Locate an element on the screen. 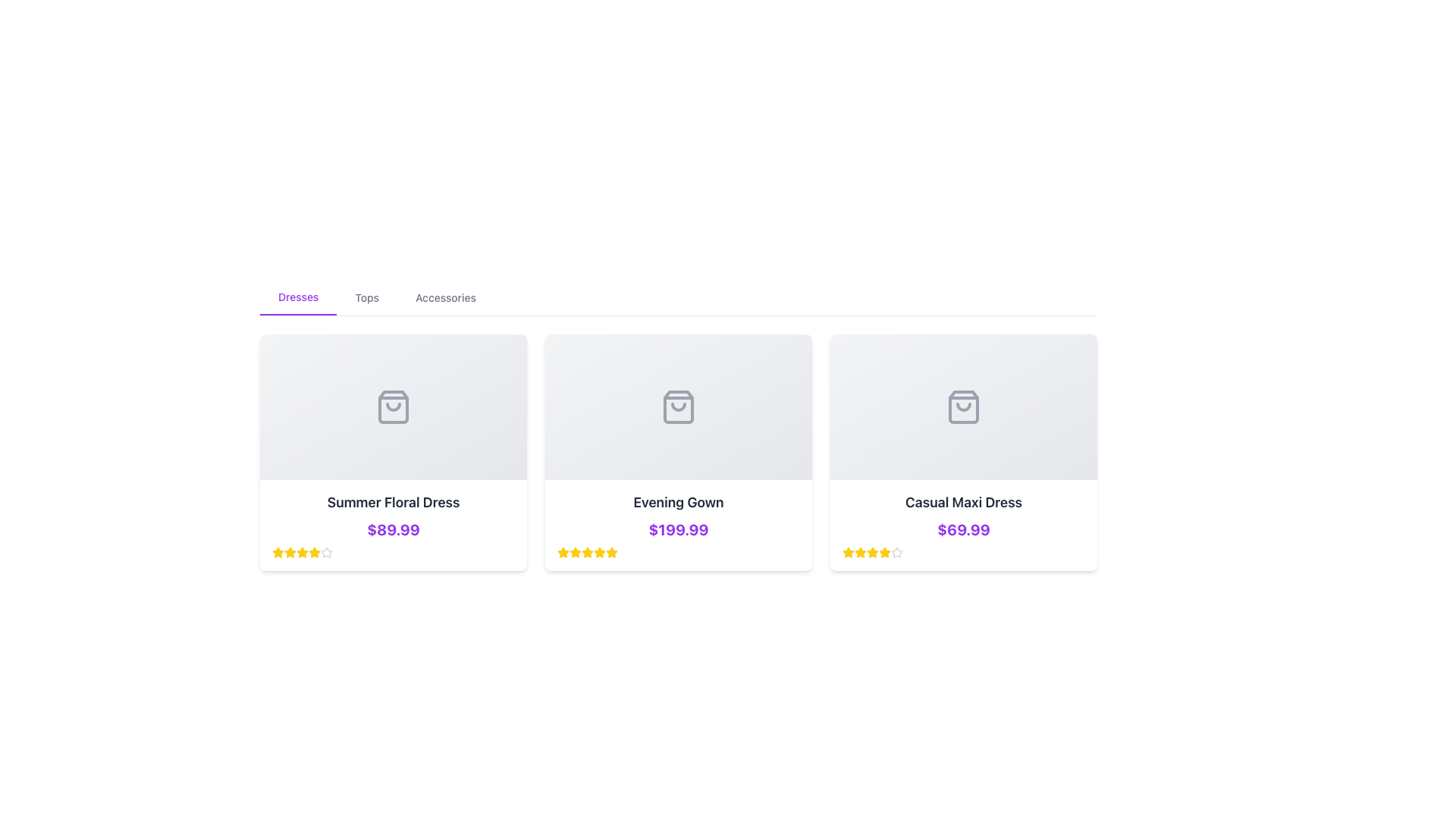 The height and width of the screenshot is (819, 1456). text of the product title label located in the first card of the product list, which is positioned above the price label '$89.99' and below the image placeholder is located at coordinates (393, 503).